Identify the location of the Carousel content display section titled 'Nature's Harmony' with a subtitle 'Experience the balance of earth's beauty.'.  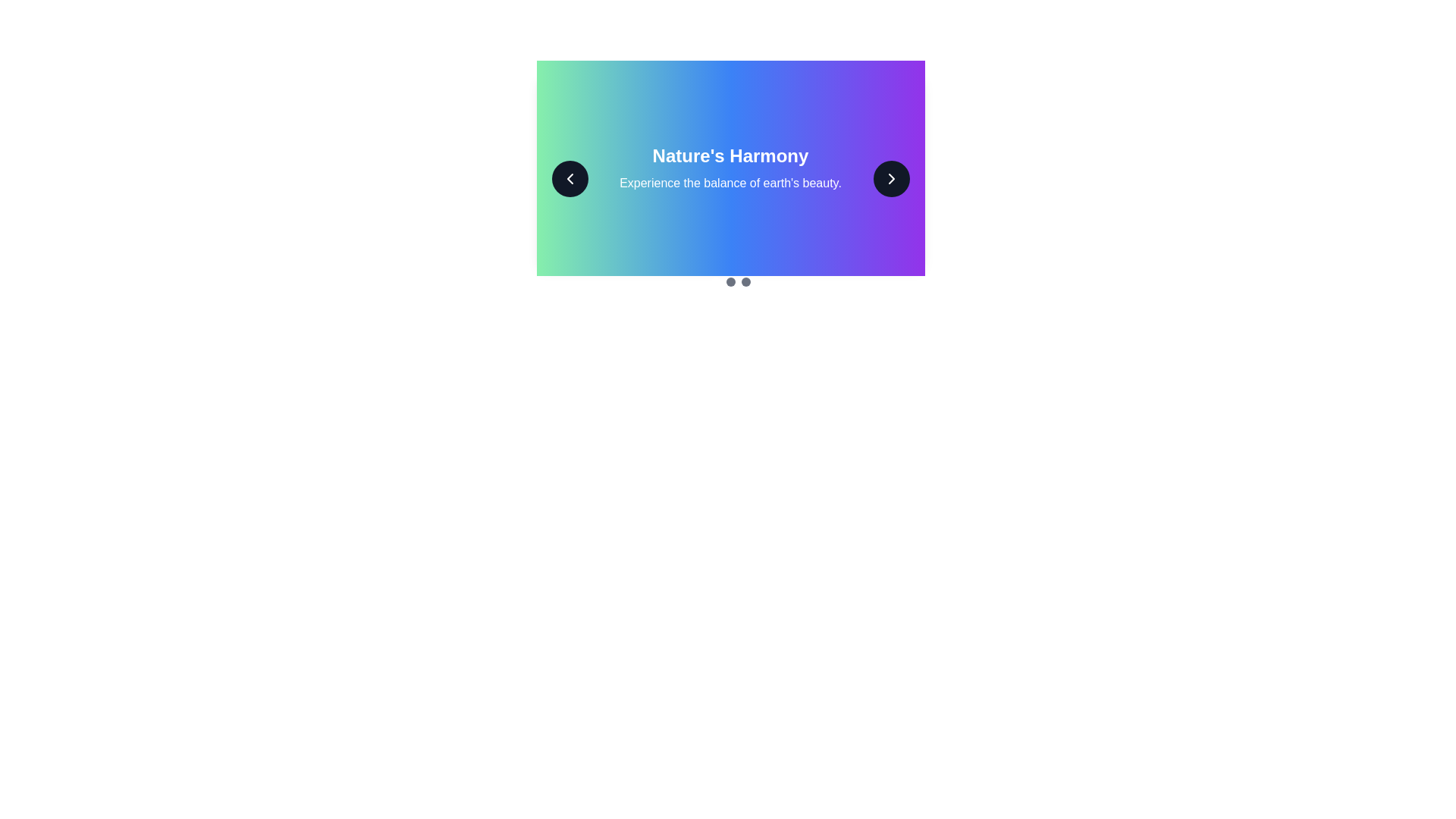
(730, 177).